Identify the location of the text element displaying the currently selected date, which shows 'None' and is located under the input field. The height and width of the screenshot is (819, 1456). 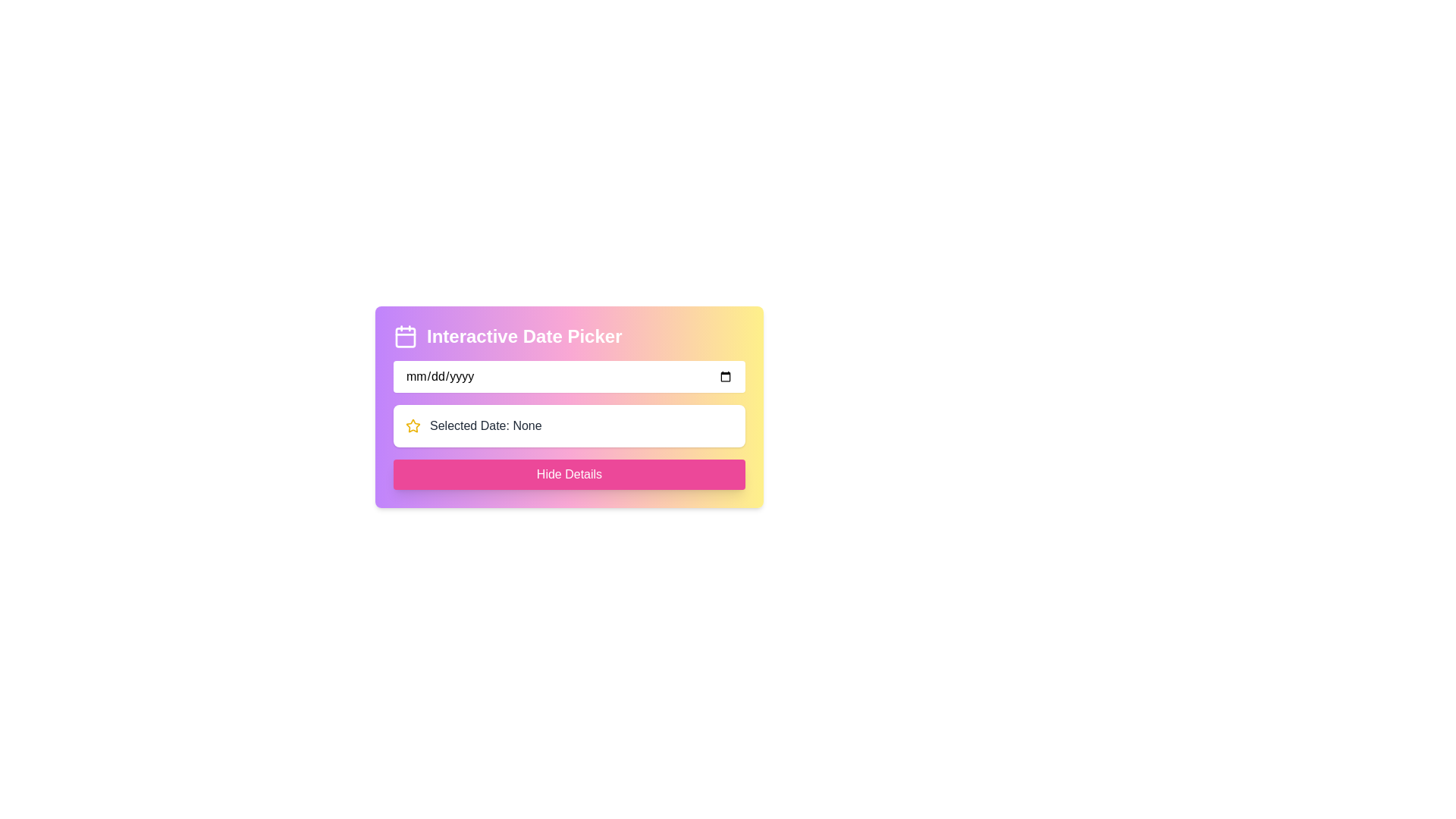
(527, 425).